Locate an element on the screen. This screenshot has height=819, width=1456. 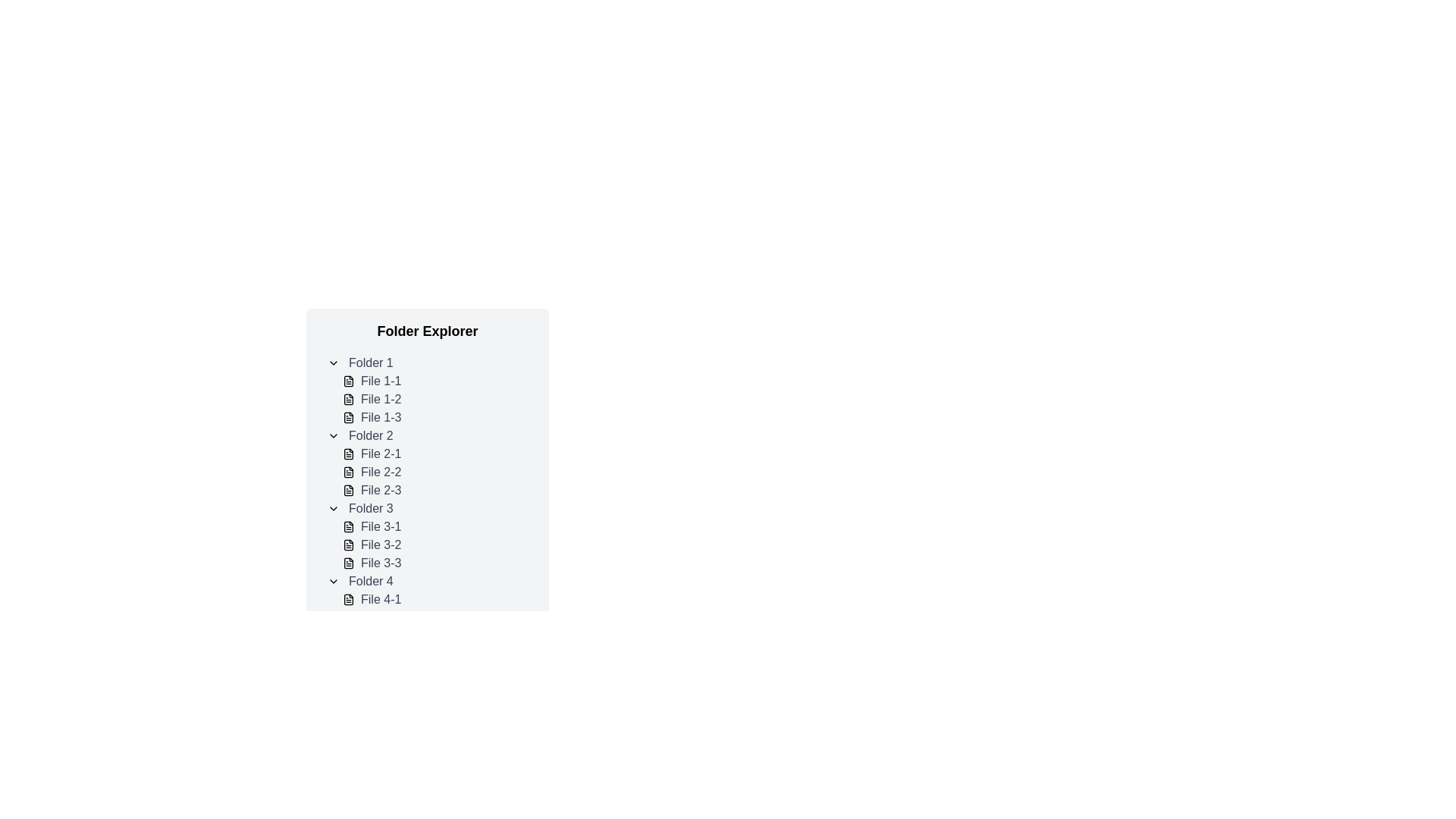
the file labeled 'File 1-2' under the 'Folder 1' group is located at coordinates (427, 390).